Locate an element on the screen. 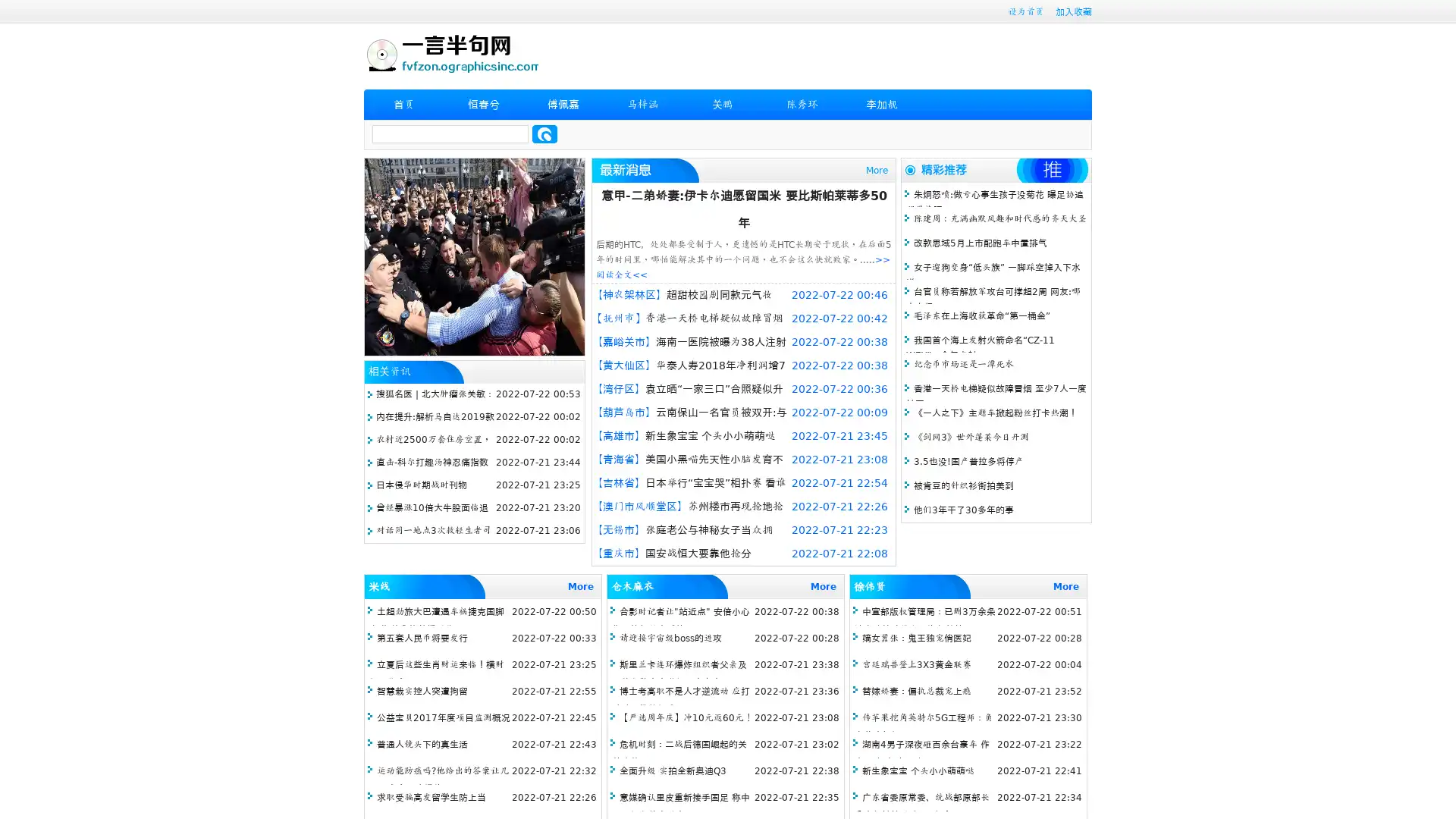  Search is located at coordinates (544, 133).